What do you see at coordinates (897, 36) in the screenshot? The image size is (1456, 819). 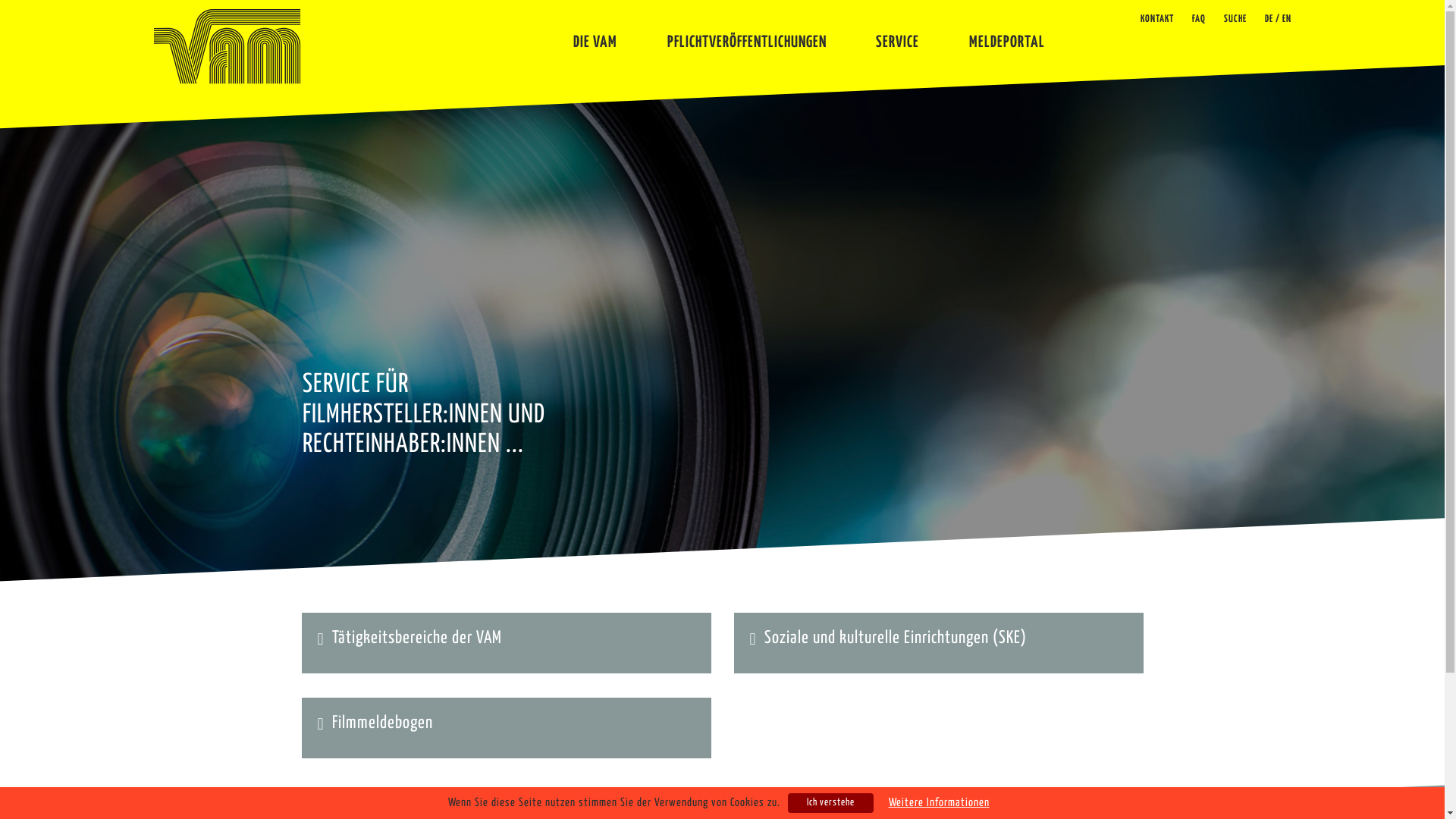 I see `'SERVICE'` at bounding box center [897, 36].